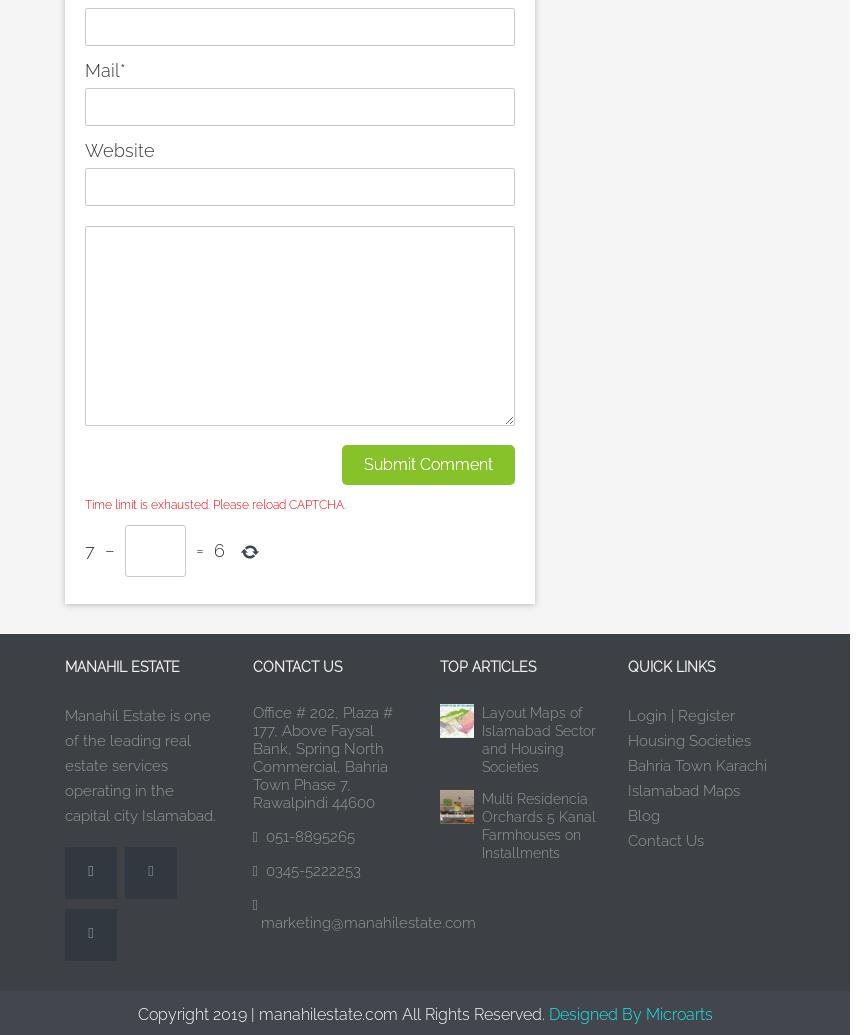 The width and height of the screenshot is (865, 1035). What do you see at coordinates (677, 715) in the screenshot?
I see `'Register'` at bounding box center [677, 715].